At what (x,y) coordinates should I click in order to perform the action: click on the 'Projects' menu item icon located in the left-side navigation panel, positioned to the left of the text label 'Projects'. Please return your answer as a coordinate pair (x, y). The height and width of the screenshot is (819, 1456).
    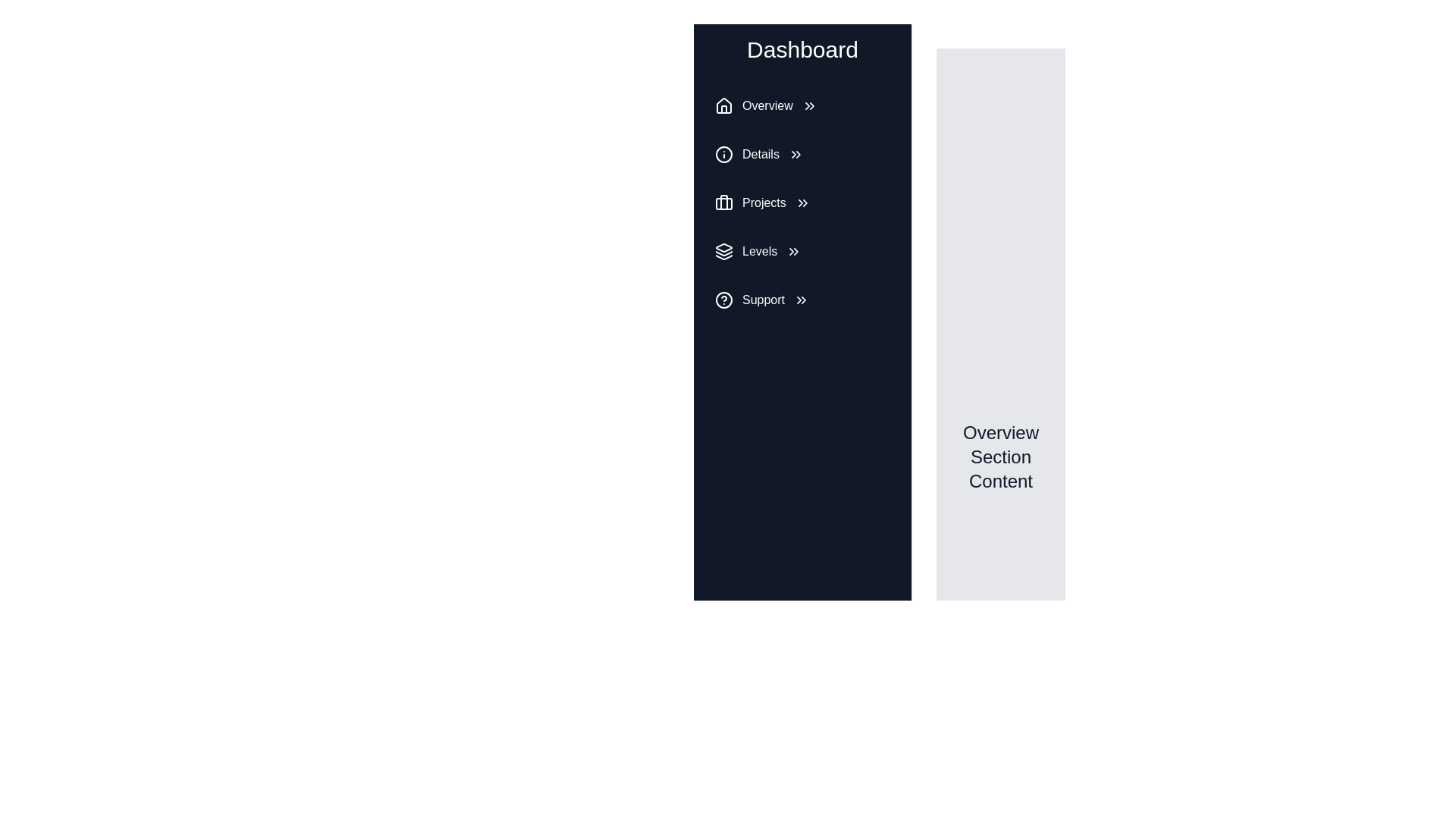
    Looking at the image, I should click on (723, 202).